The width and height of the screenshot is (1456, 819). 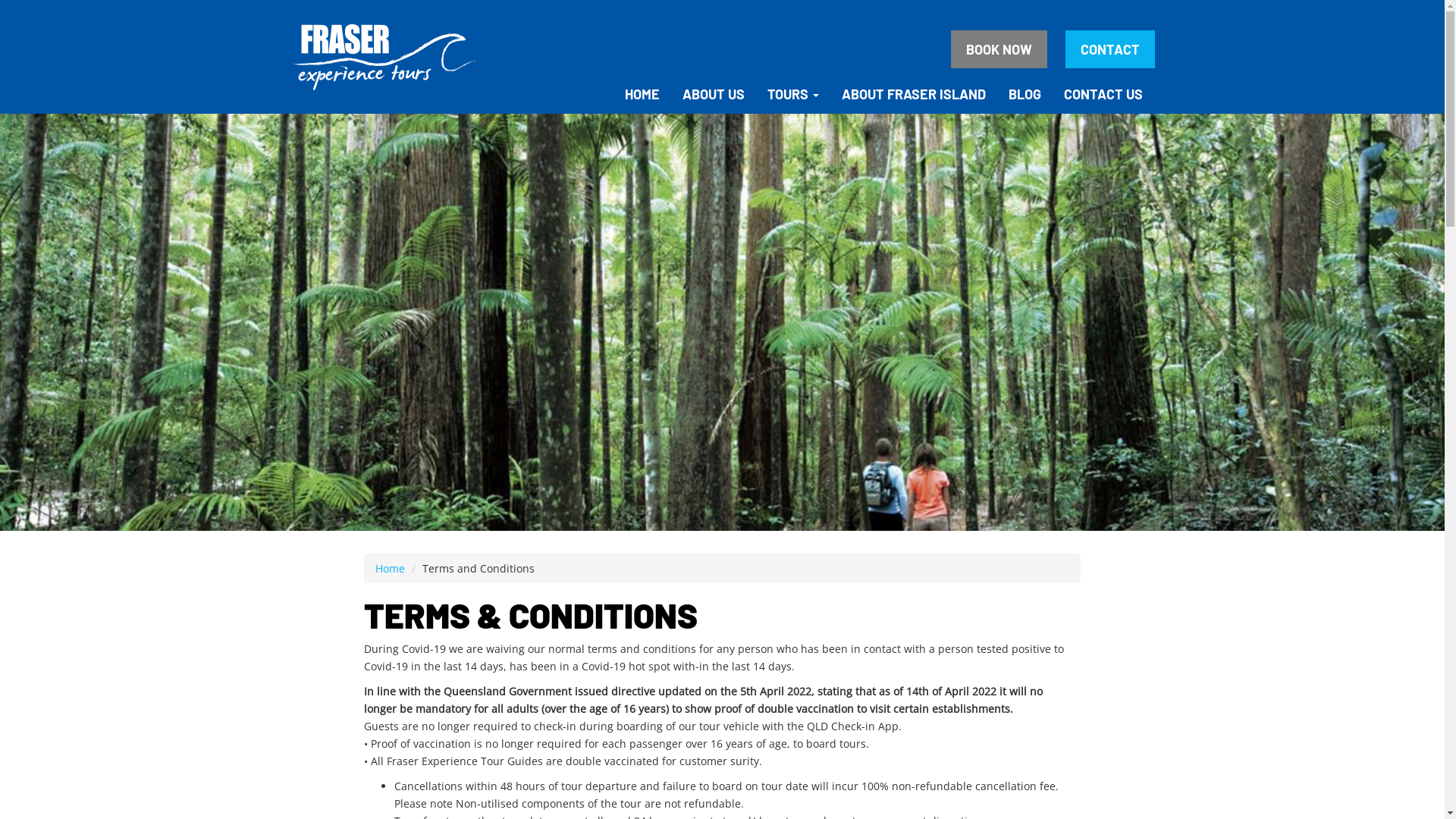 I want to click on 'HOME', so click(x=612, y=93).